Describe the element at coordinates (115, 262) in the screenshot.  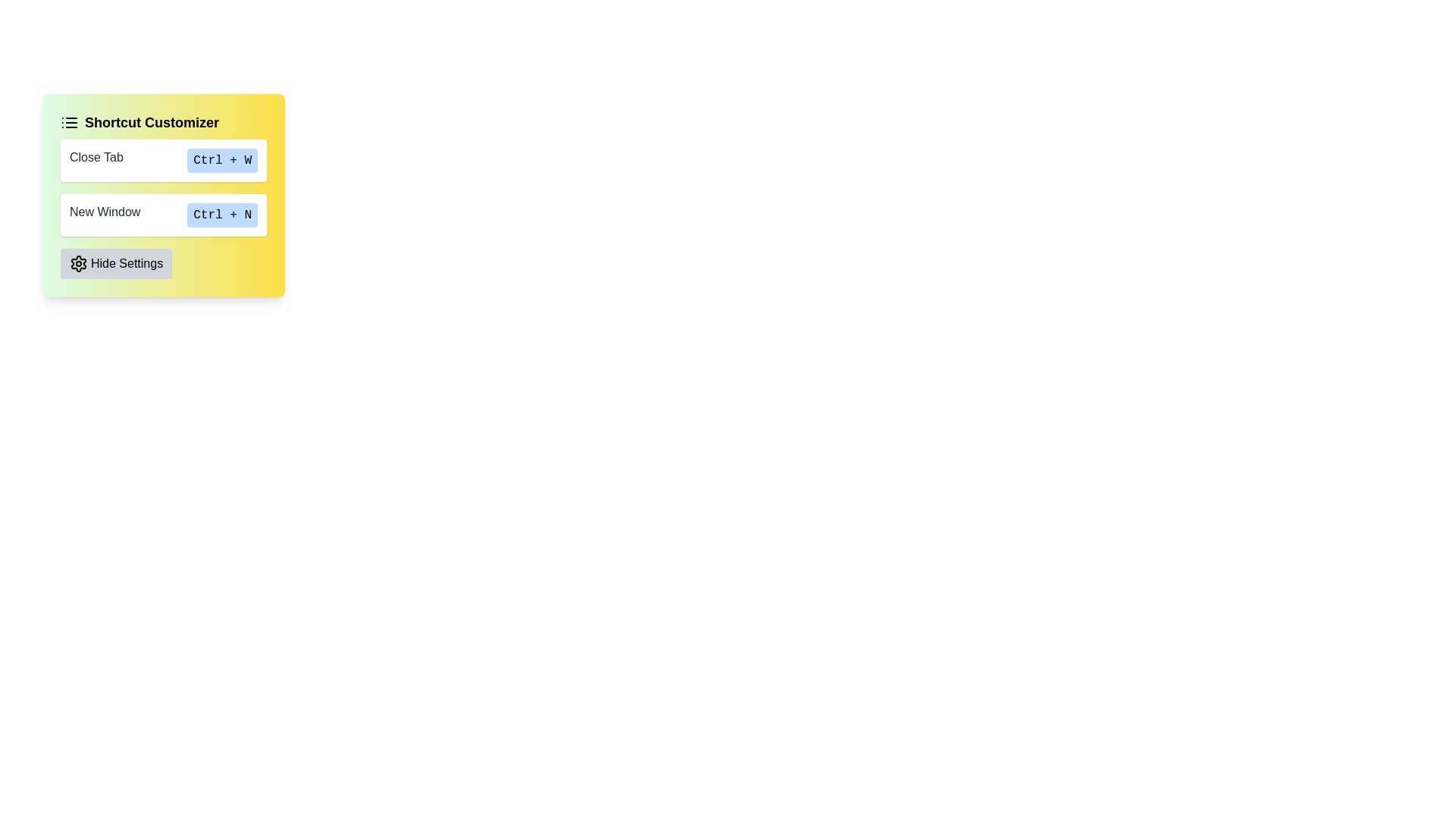
I see `the toggle visibility button located at the bottom of the 'Shortcut Customizer' section` at that location.